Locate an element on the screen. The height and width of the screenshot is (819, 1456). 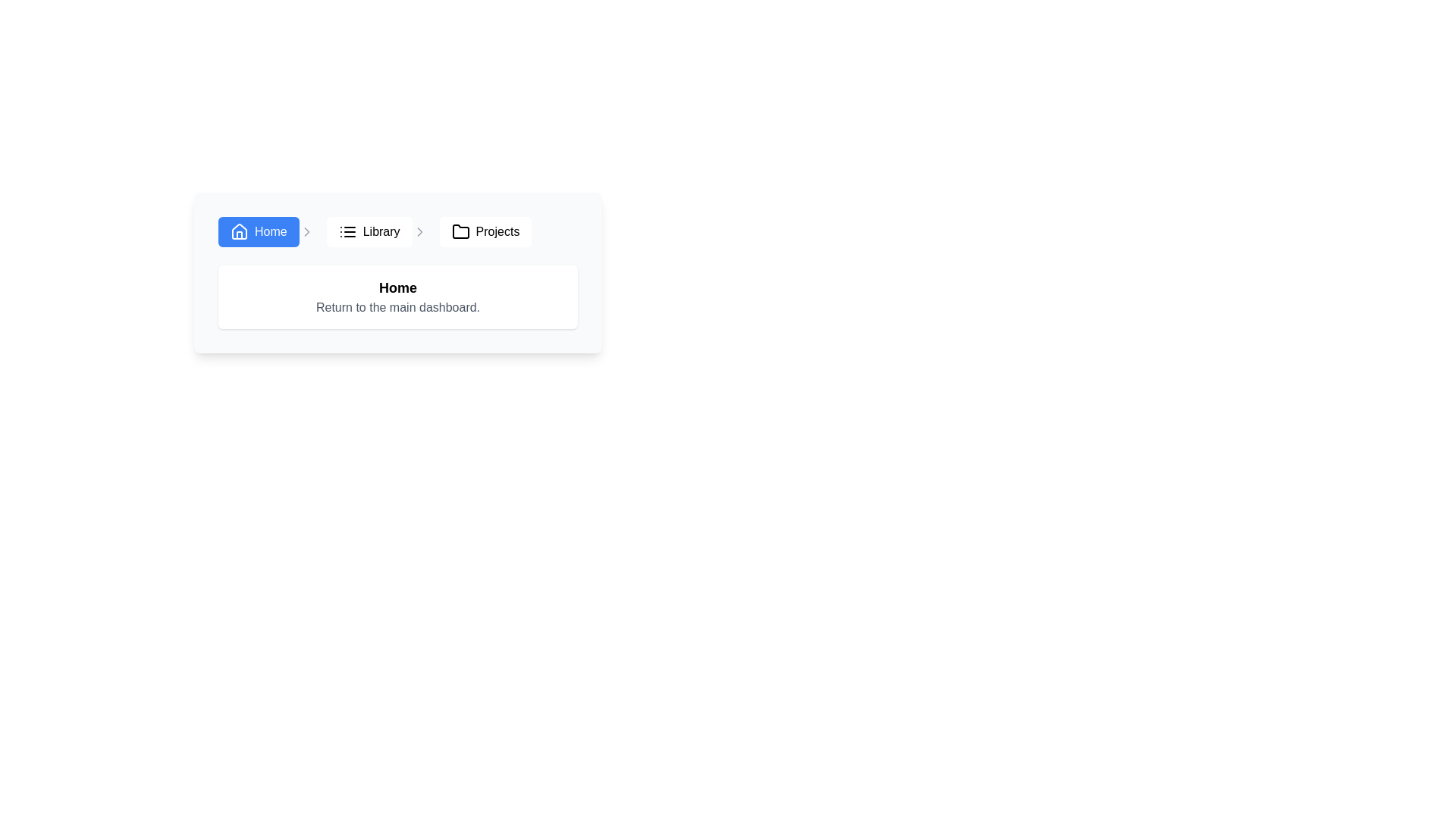
the blue rounded rectangular button labeled 'Home' is located at coordinates (266, 231).